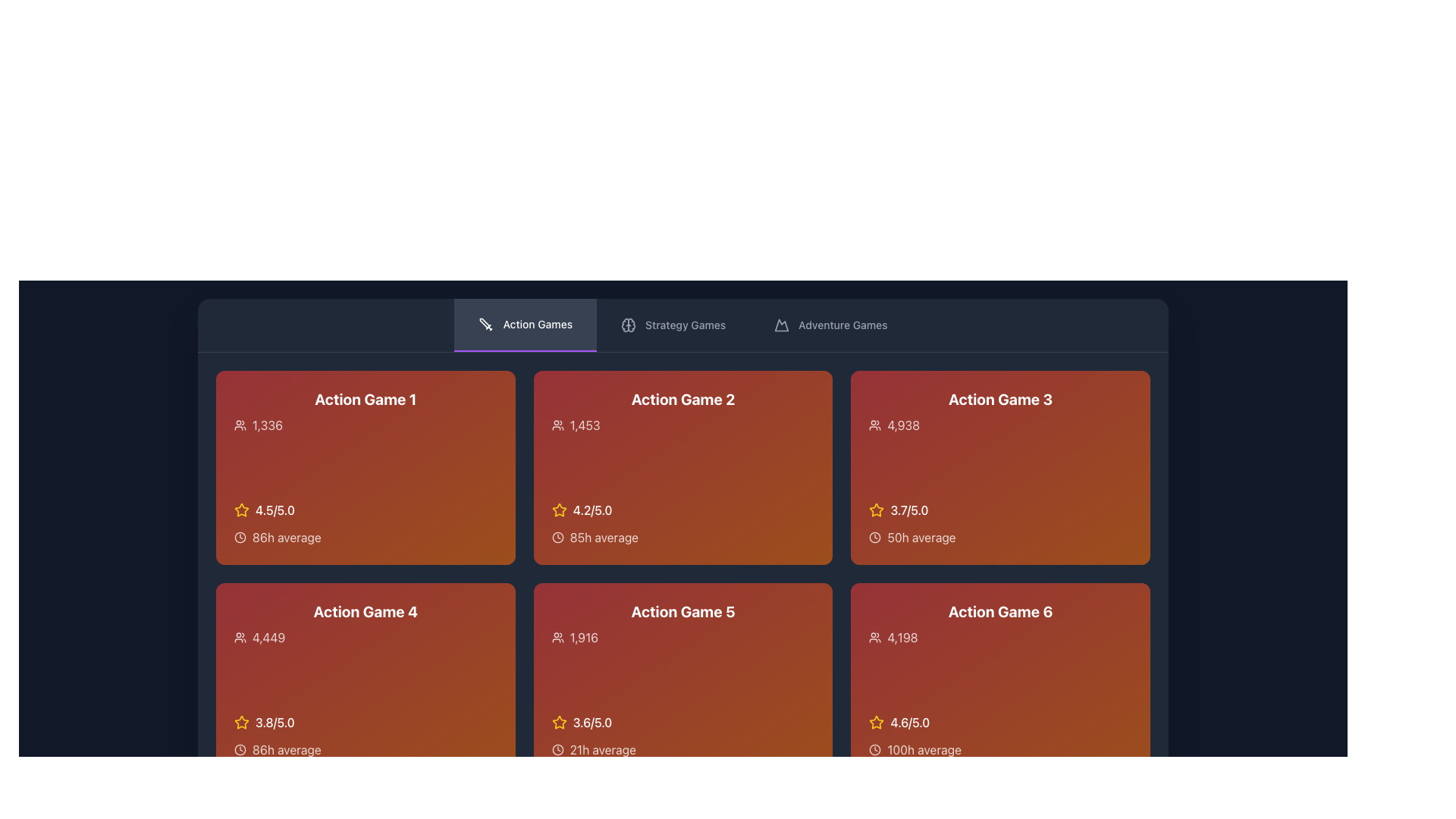 The width and height of the screenshot is (1456, 819). Describe the element at coordinates (875, 537) in the screenshot. I see `the circular graphic element that represents the clock face in the clock icon located in the third card of the grid layout under 'Action Game 3'` at that location.